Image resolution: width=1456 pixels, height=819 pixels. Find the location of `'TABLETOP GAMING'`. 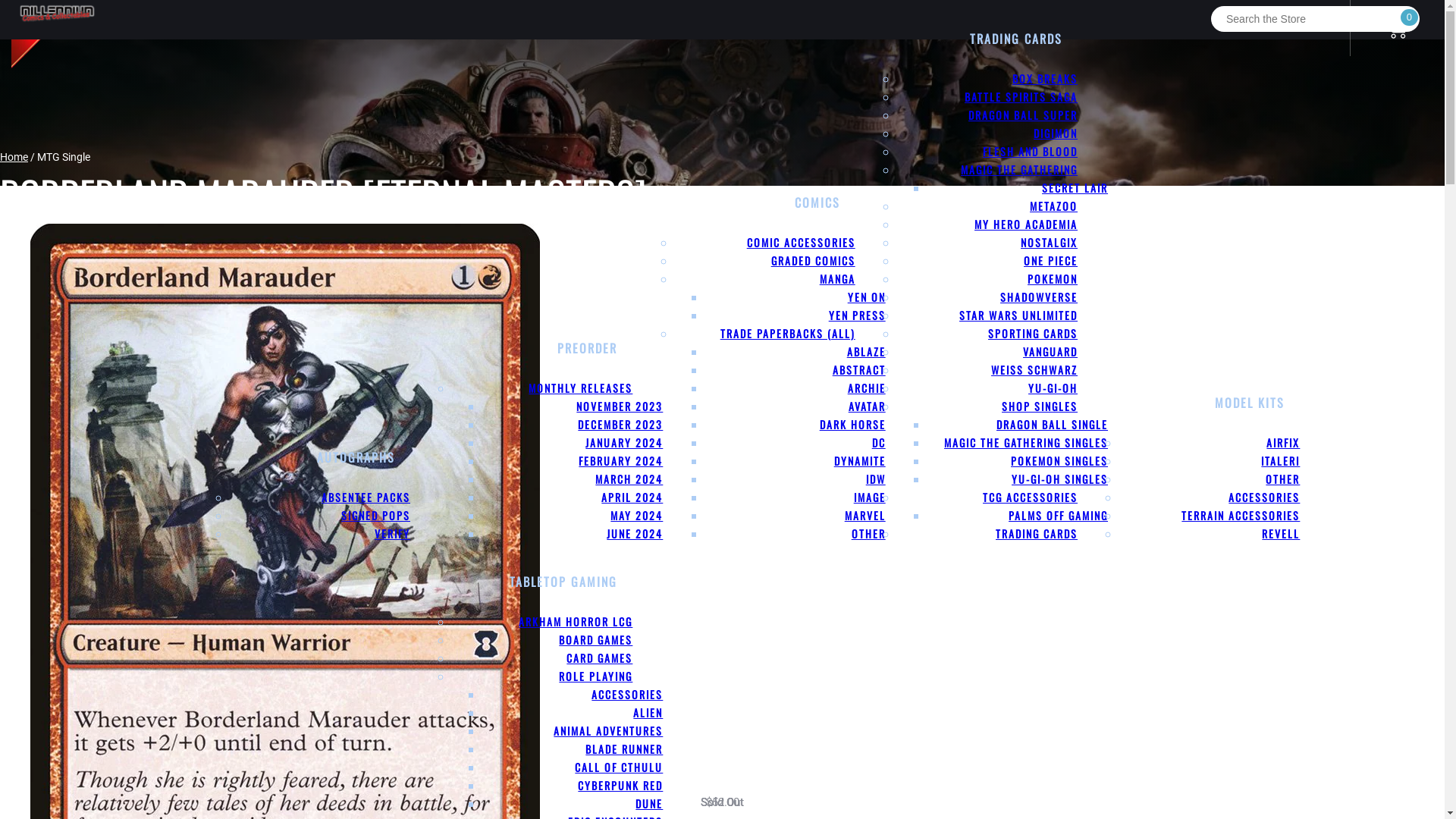

'TABLETOP GAMING' is located at coordinates (564, 581).